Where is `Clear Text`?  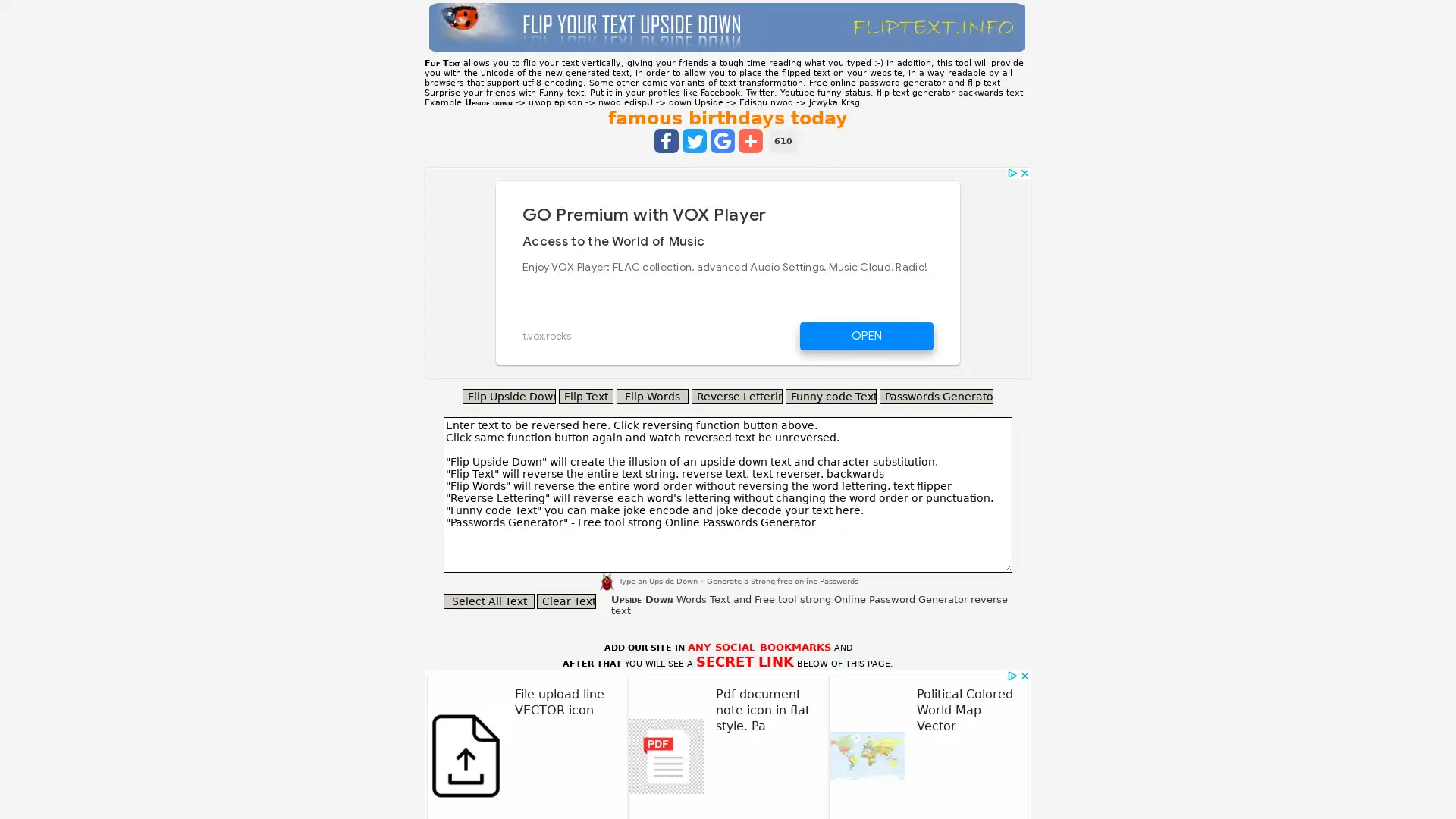 Clear Text is located at coordinates (566, 601).